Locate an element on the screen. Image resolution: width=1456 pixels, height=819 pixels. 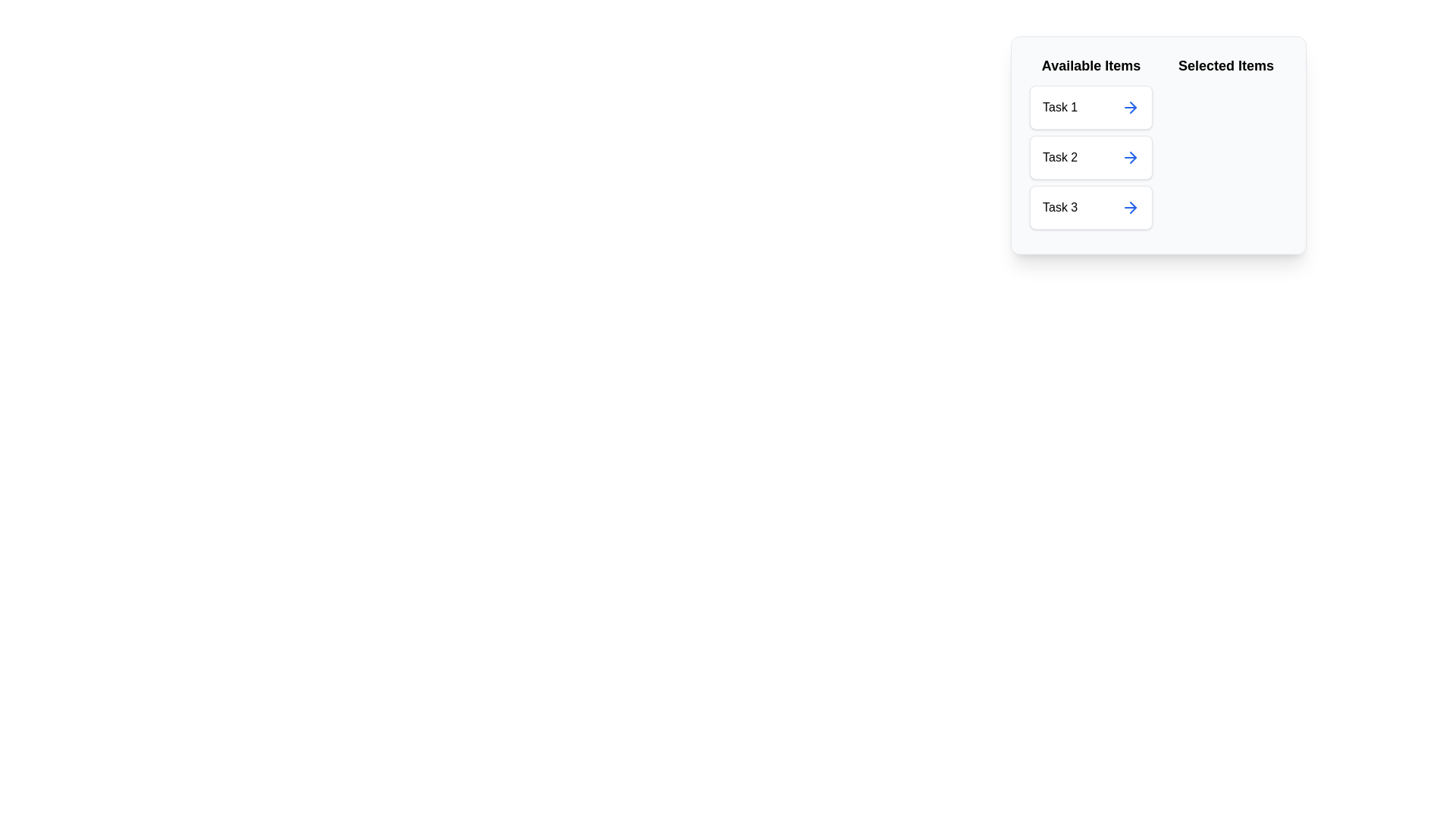
the text label 'Available Items', which is displayed in bold, black font and serves as a prominent title for the section containing the task list is located at coordinates (1090, 65).